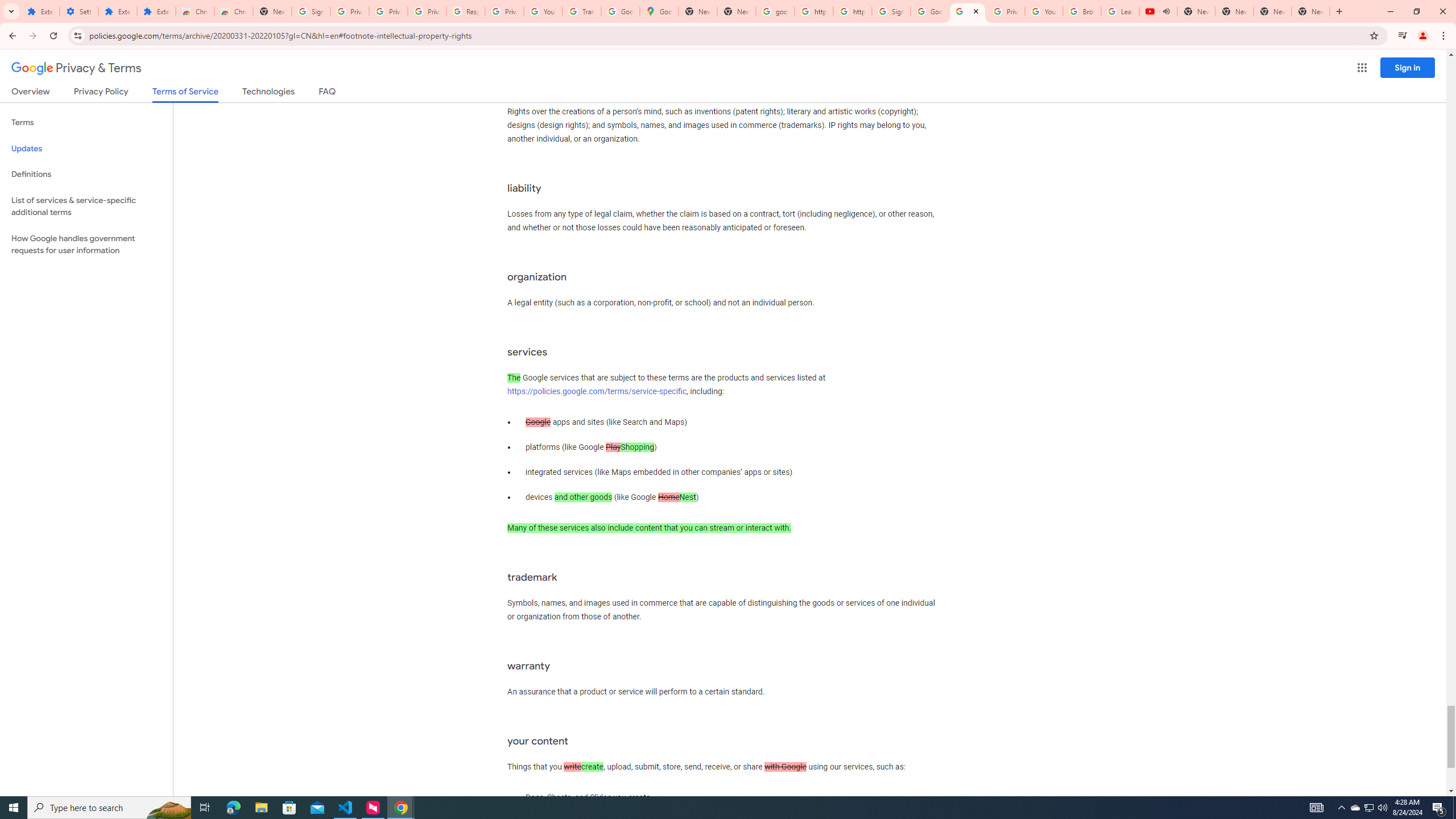  Describe the element at coordinates (40, 11) in the screenshot. I see `'Extensions'` at that location.